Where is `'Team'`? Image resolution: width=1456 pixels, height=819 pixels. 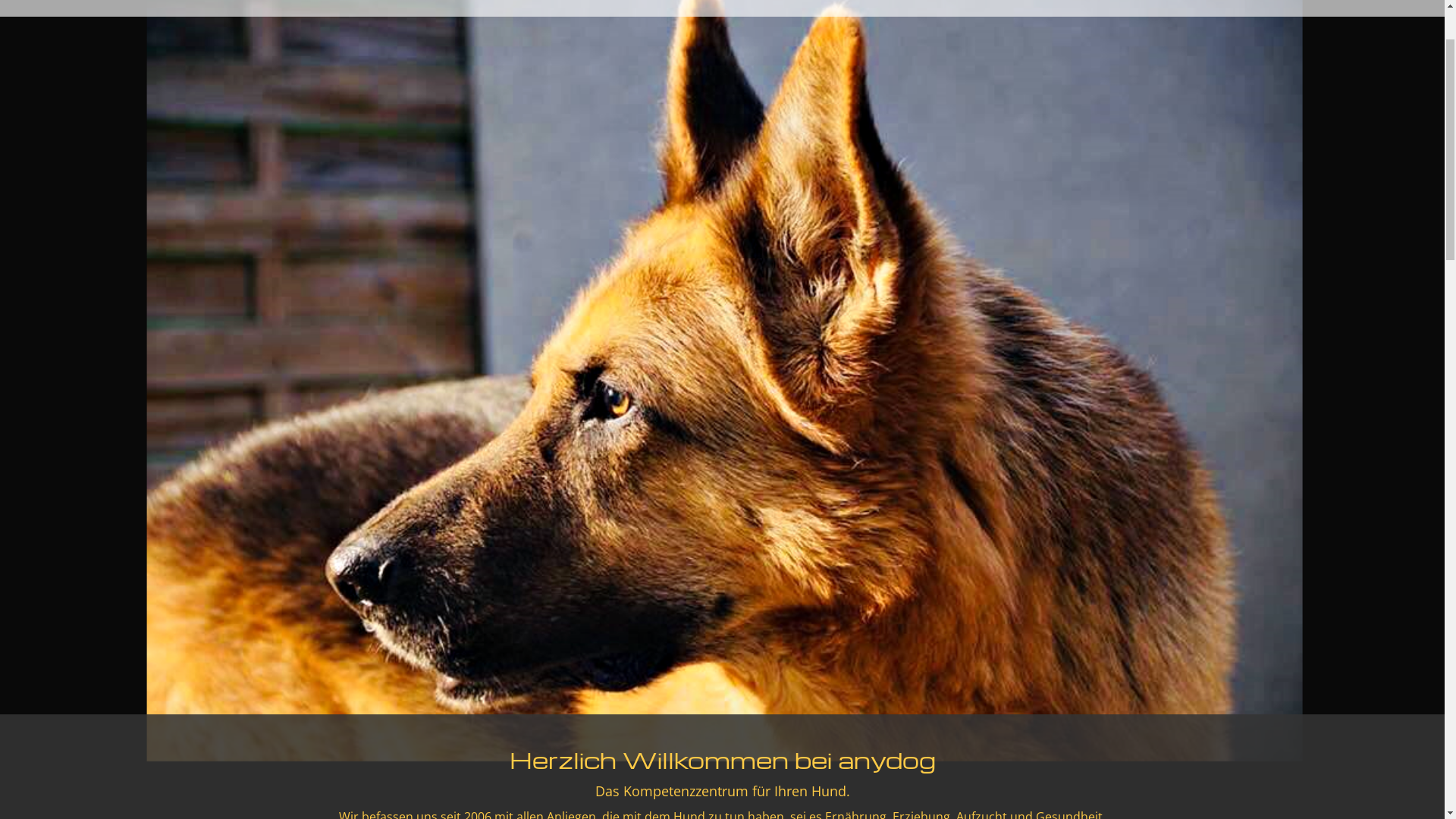 'Team' is located at coordinates (266, 32).